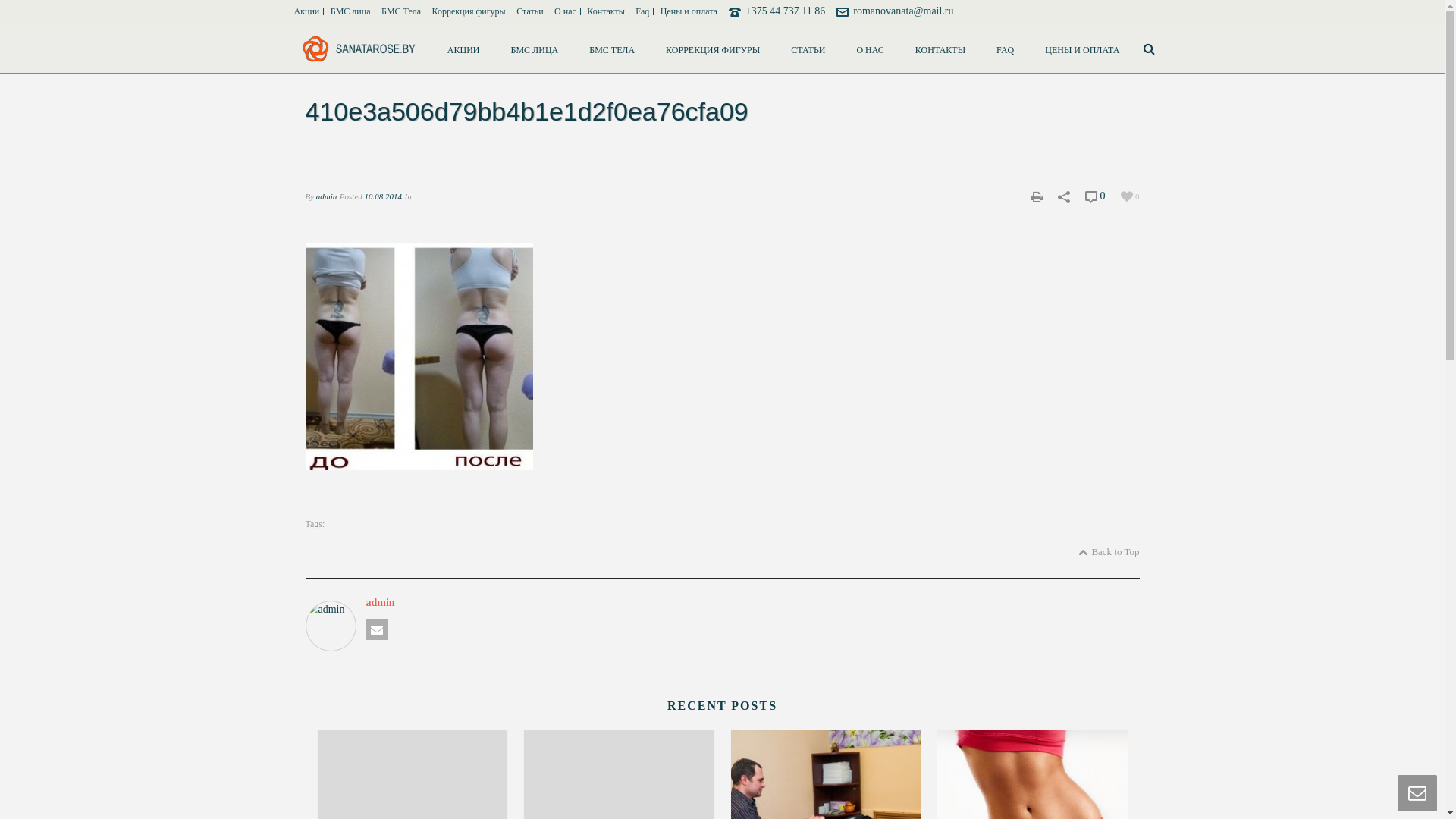 This screenshot has width=1456, height=819. I want to click on 'romanovanata@mail.ru', so click(902, 11).